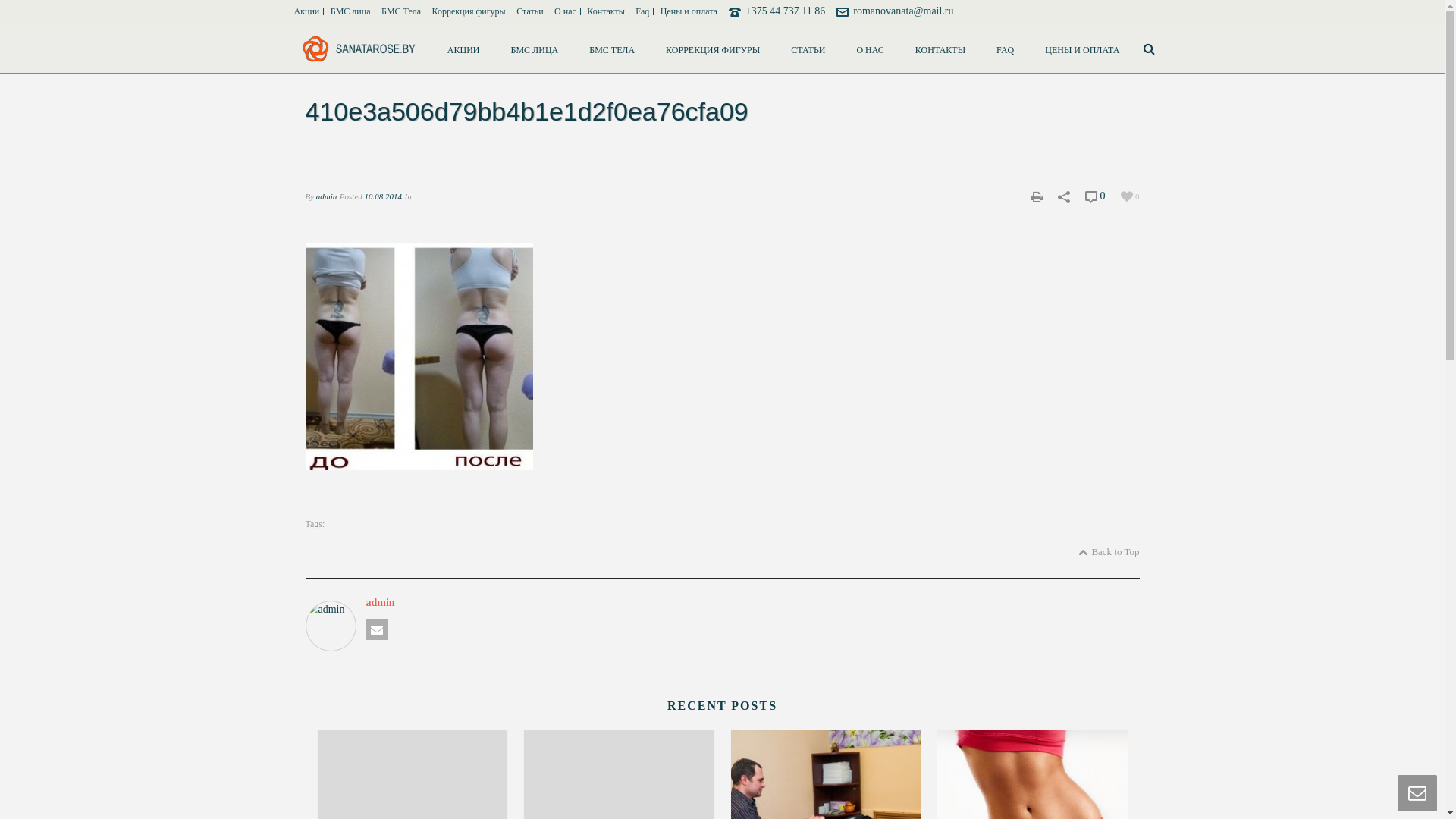 This screenshot has width=1456, height=819. I want to click on 'romanovanata@mail.ru', so click(902, 11).